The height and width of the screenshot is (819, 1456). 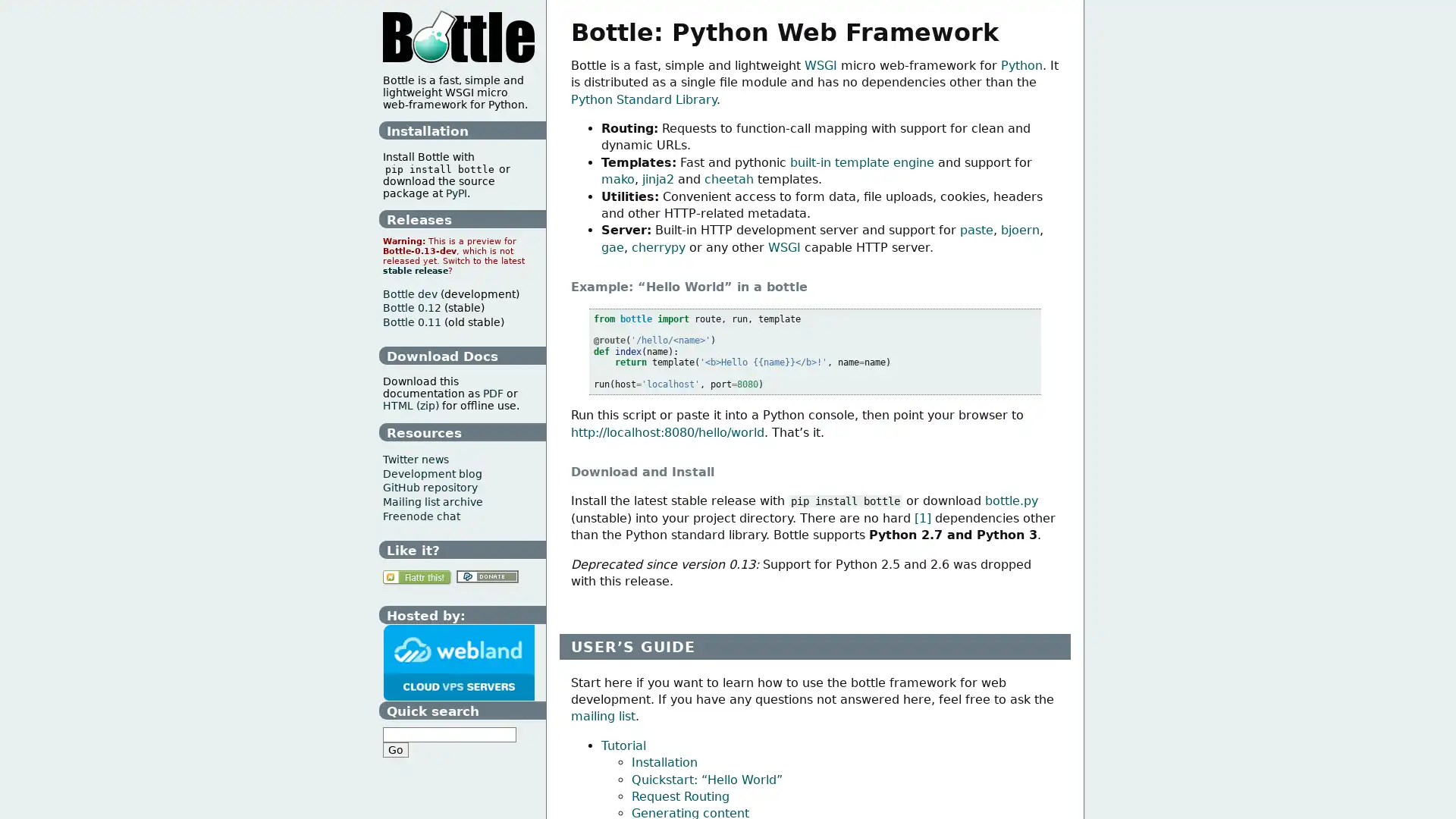 What do you see at coordinates (488, 576) in the screenshot?
I see `Donate with PayPal!` at bounding box center [488, 576].